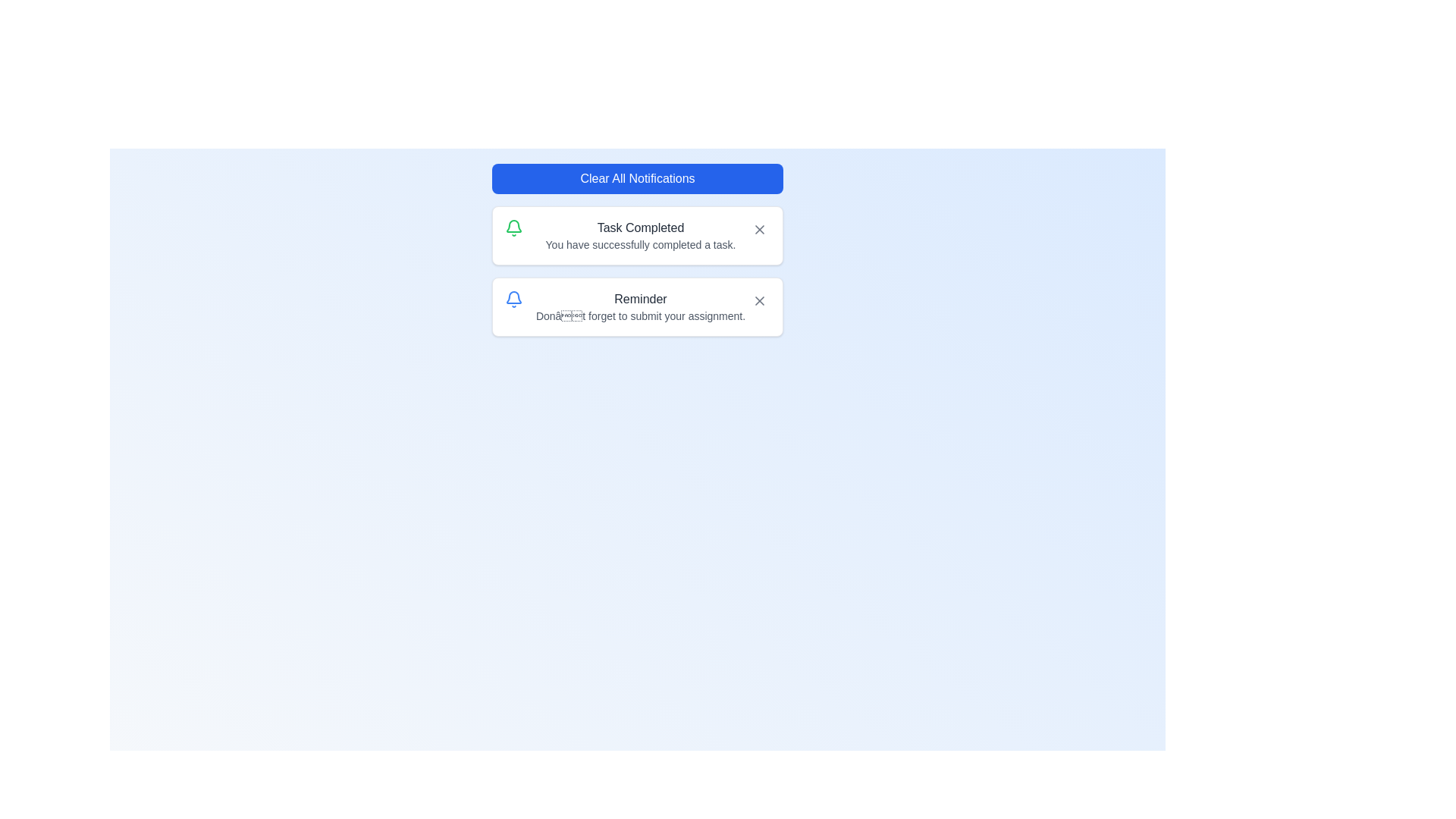 The width and height of the screenshot is (1456, 819). Describe the element at coordinates (640, 299) in the screenshot. I see `header text of the notification card located at the top of the card beneath the 'Clear All Notifications' button` at that location.